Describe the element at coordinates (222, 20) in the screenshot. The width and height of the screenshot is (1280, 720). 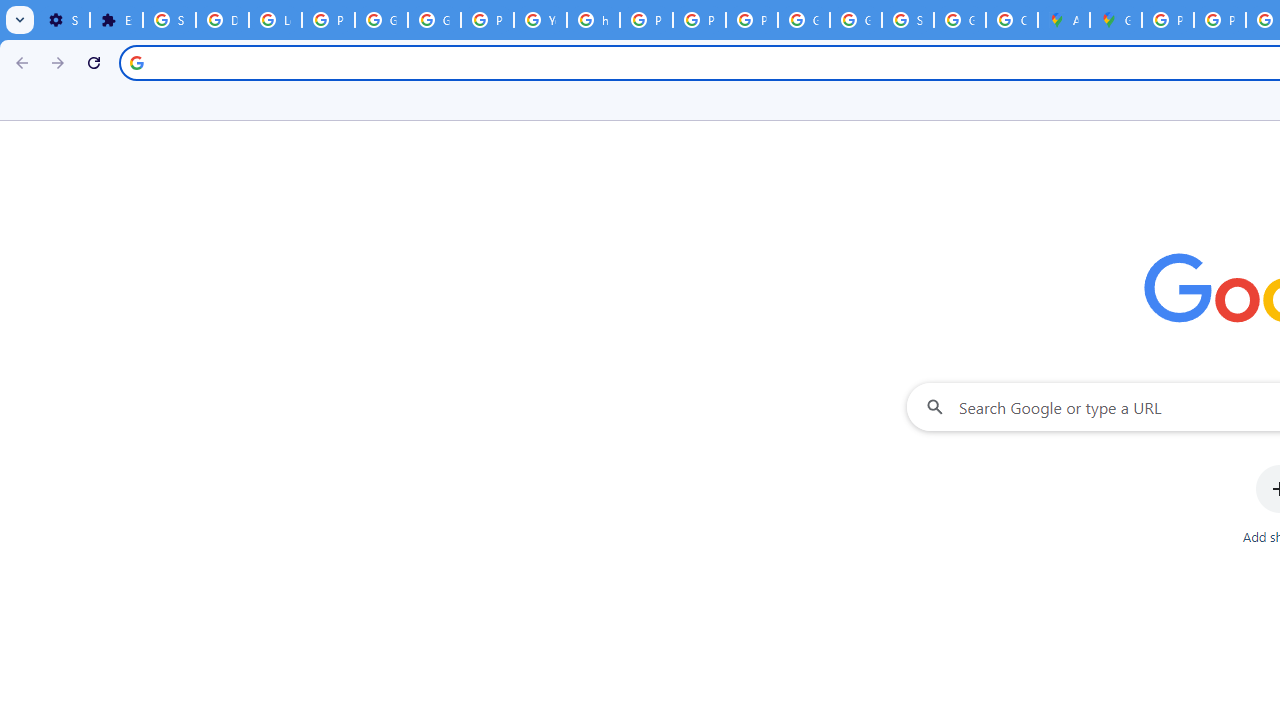
I see `'Delete photos & videos - Computer - Google Photos Help'` at that location.